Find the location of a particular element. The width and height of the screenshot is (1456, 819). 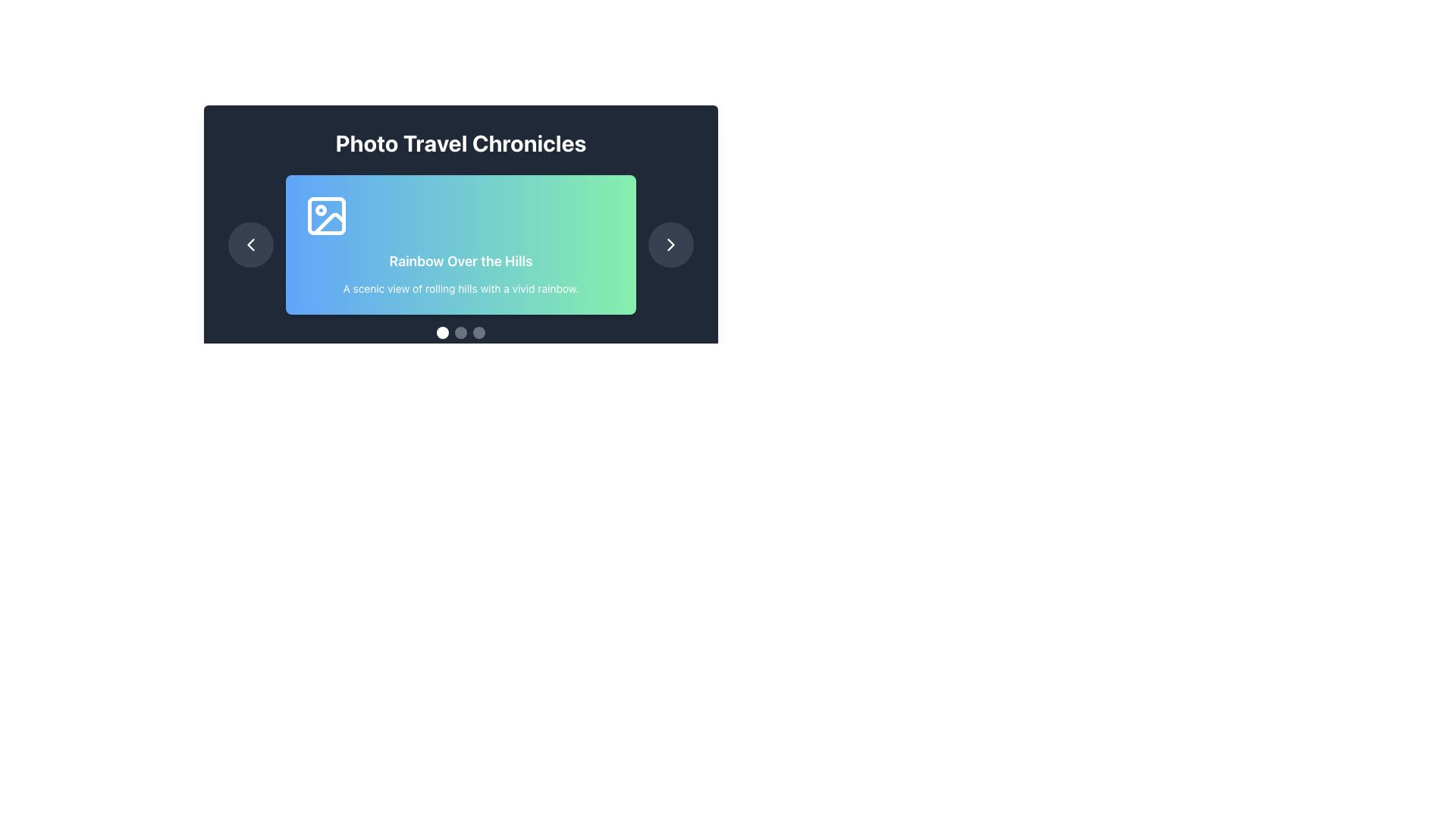

the rightward-pointing triangular arrow icon inside the circular navigation button is located at coordinates (670, 244).